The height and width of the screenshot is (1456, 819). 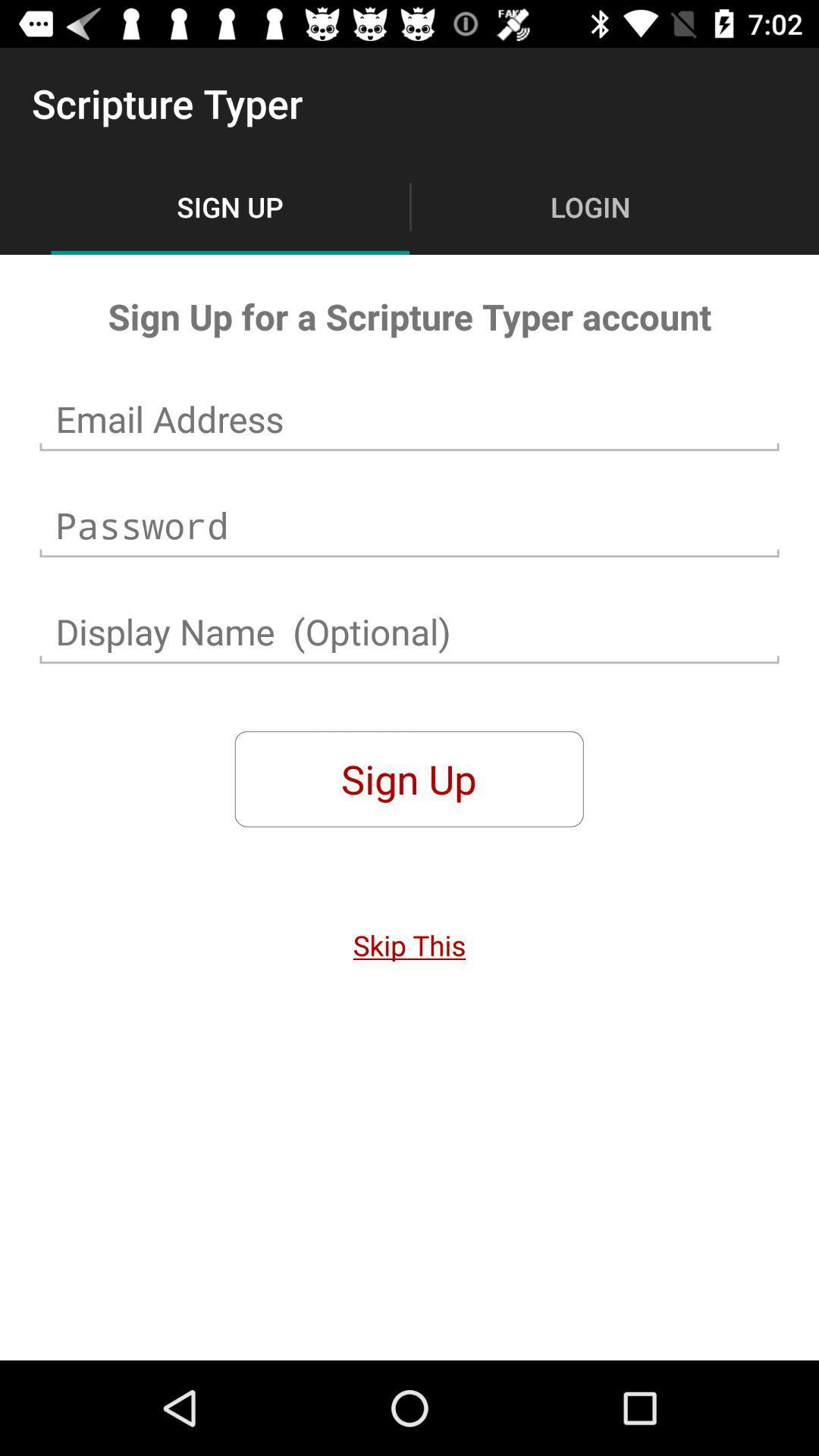 I want to click on name, so click(x=409, y=632).